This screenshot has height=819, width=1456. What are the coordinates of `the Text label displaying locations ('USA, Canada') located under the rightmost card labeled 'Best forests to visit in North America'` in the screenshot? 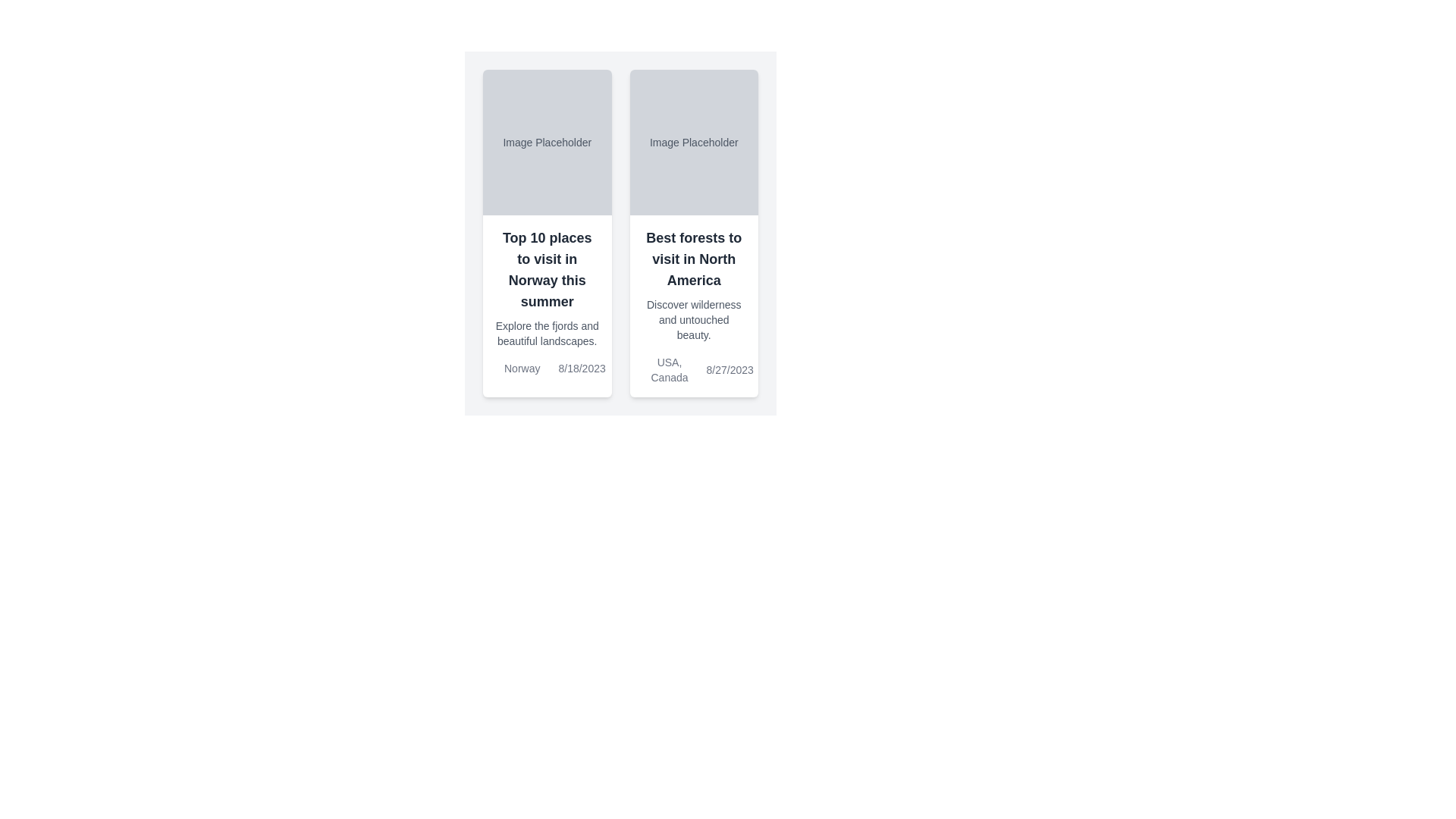 It's located at (669, 370).